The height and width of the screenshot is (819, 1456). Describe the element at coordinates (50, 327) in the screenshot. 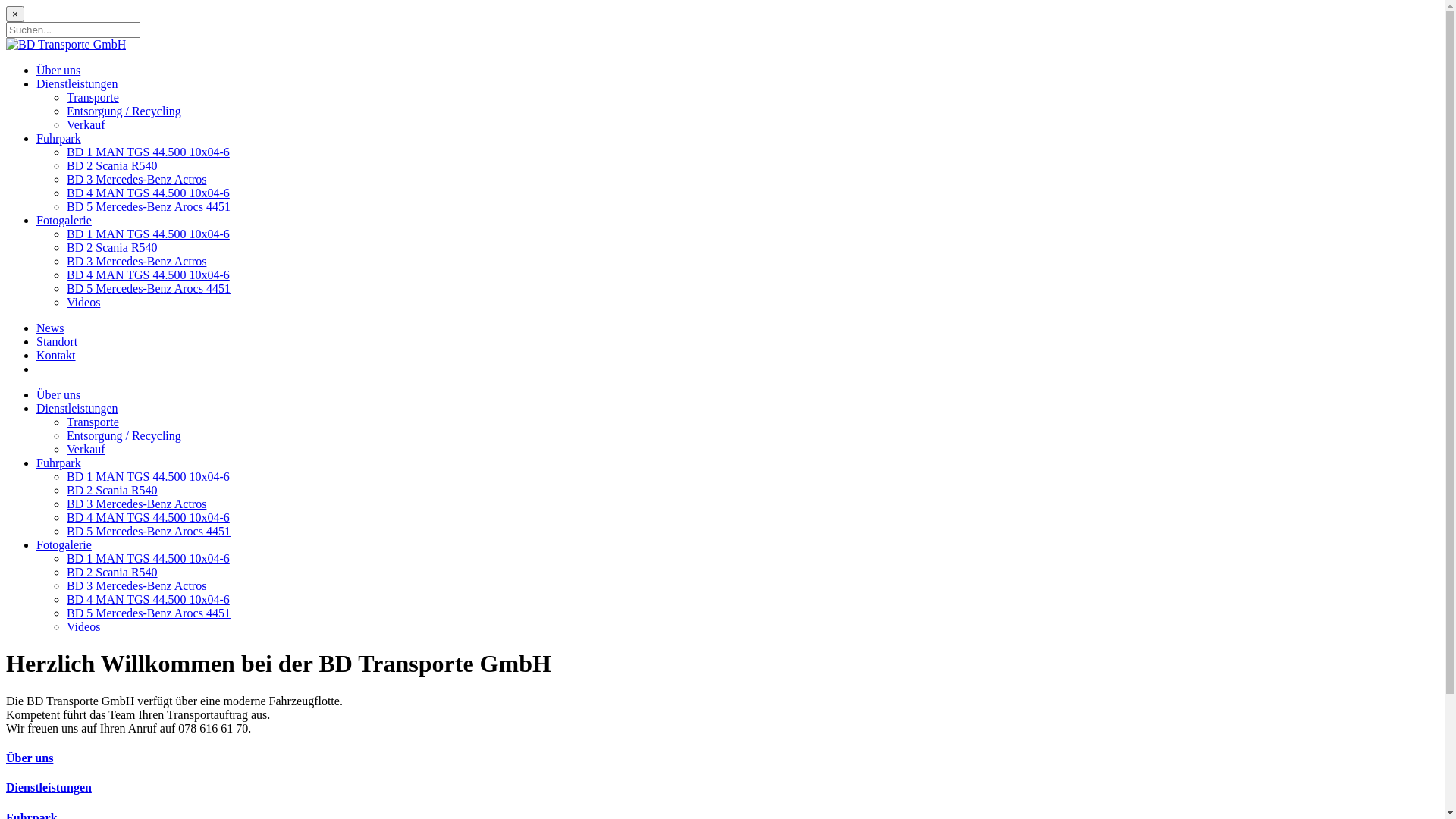

I see `'News'` at that location.